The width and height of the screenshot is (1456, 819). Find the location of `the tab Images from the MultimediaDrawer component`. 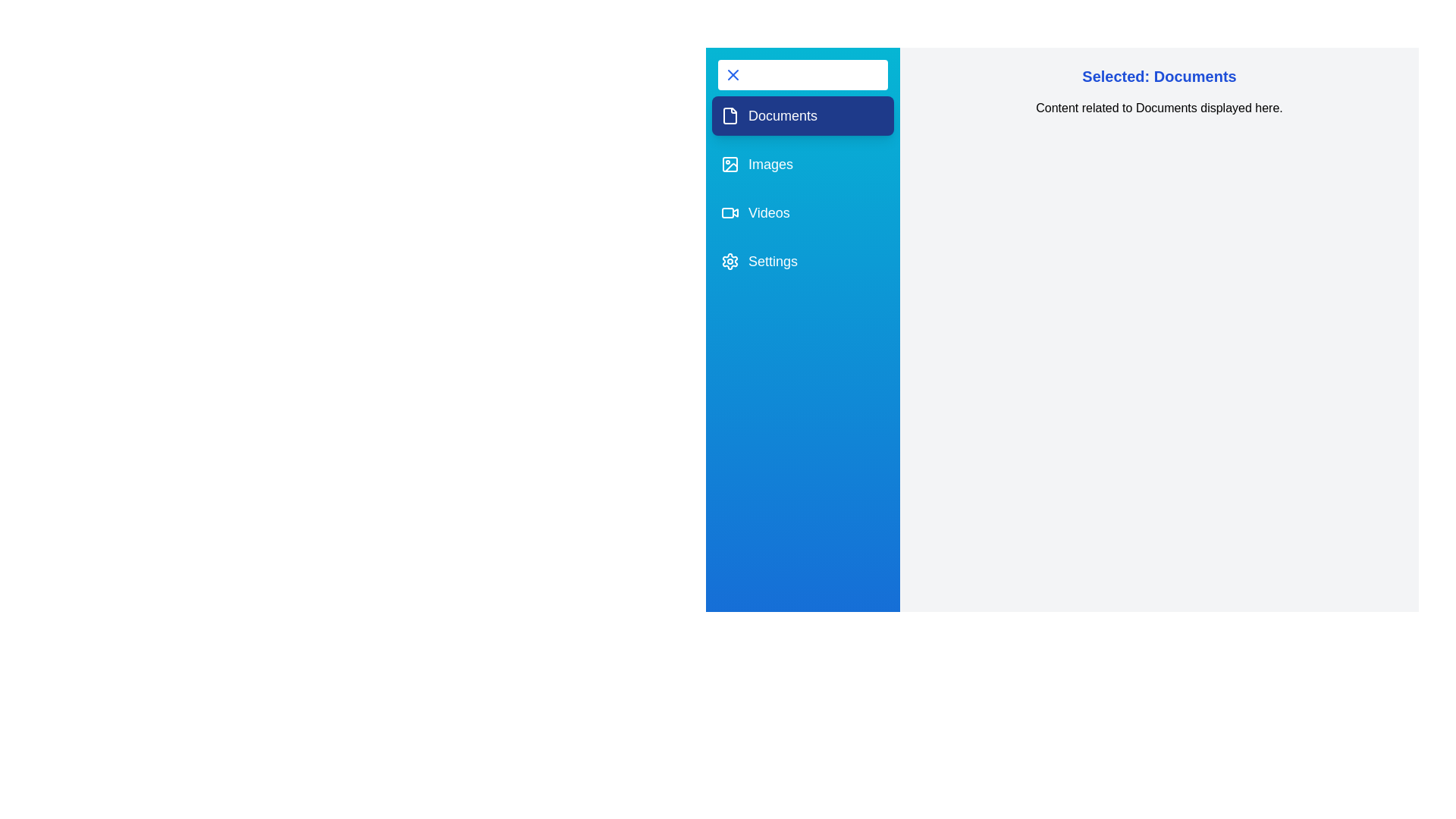

the tab Images from the MultimediaDrawer component is located at coordinates (802, 164).